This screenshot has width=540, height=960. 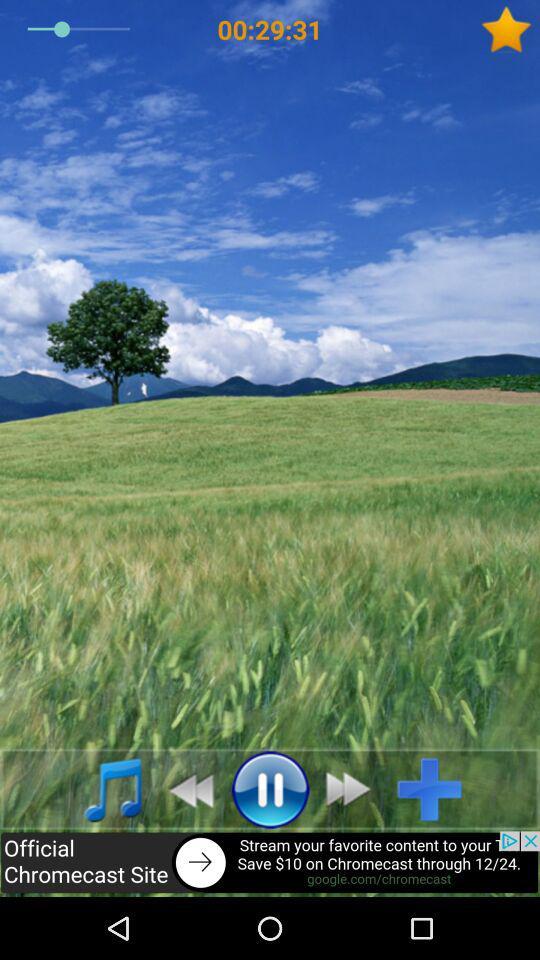 I want to click on increase, so click(x=436, y=789).